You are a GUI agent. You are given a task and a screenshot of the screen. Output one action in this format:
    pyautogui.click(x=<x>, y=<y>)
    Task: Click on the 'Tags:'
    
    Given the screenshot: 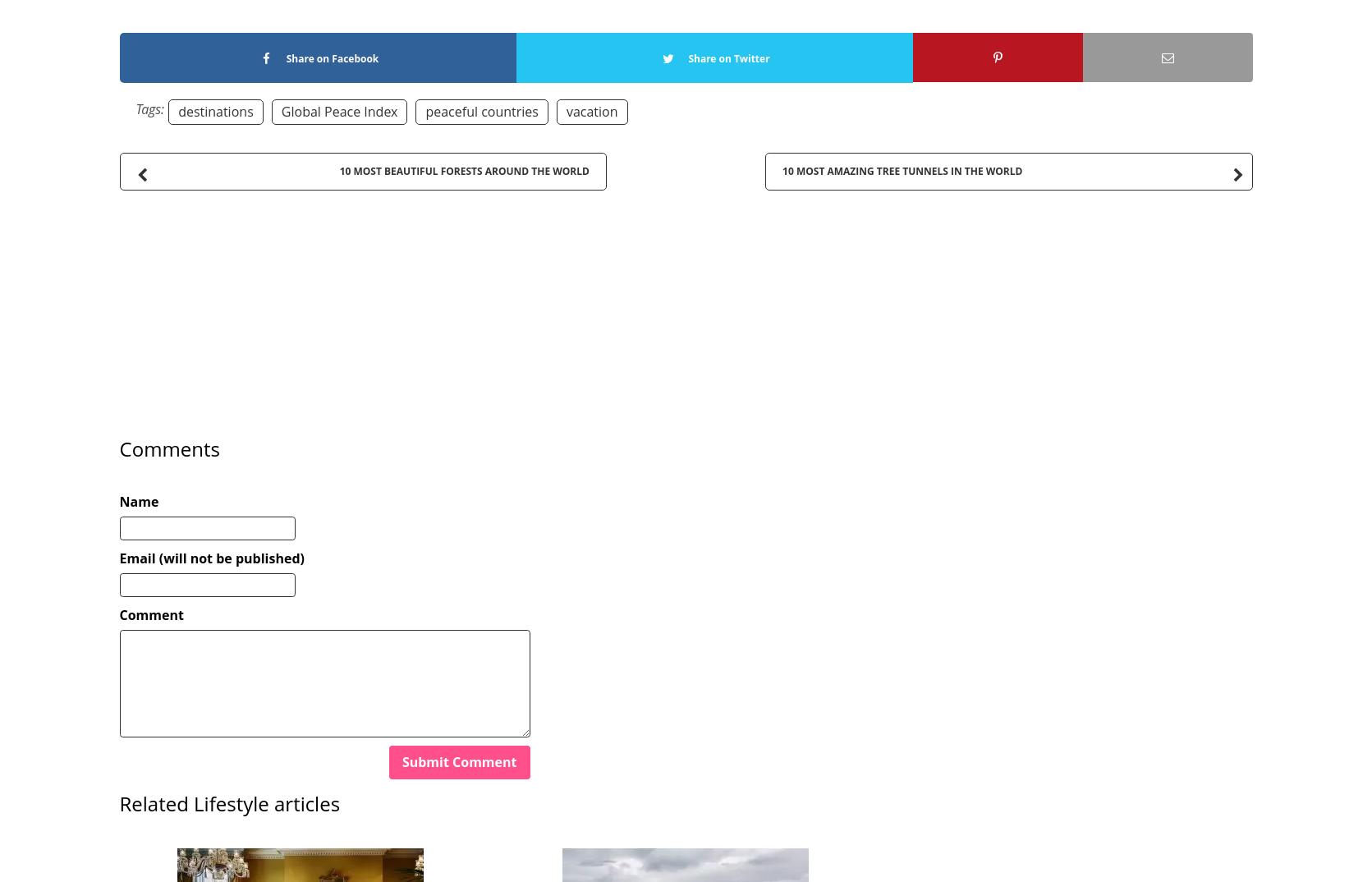 What is the action you would take?
    pyautogui.click(x=149, y=108)
    